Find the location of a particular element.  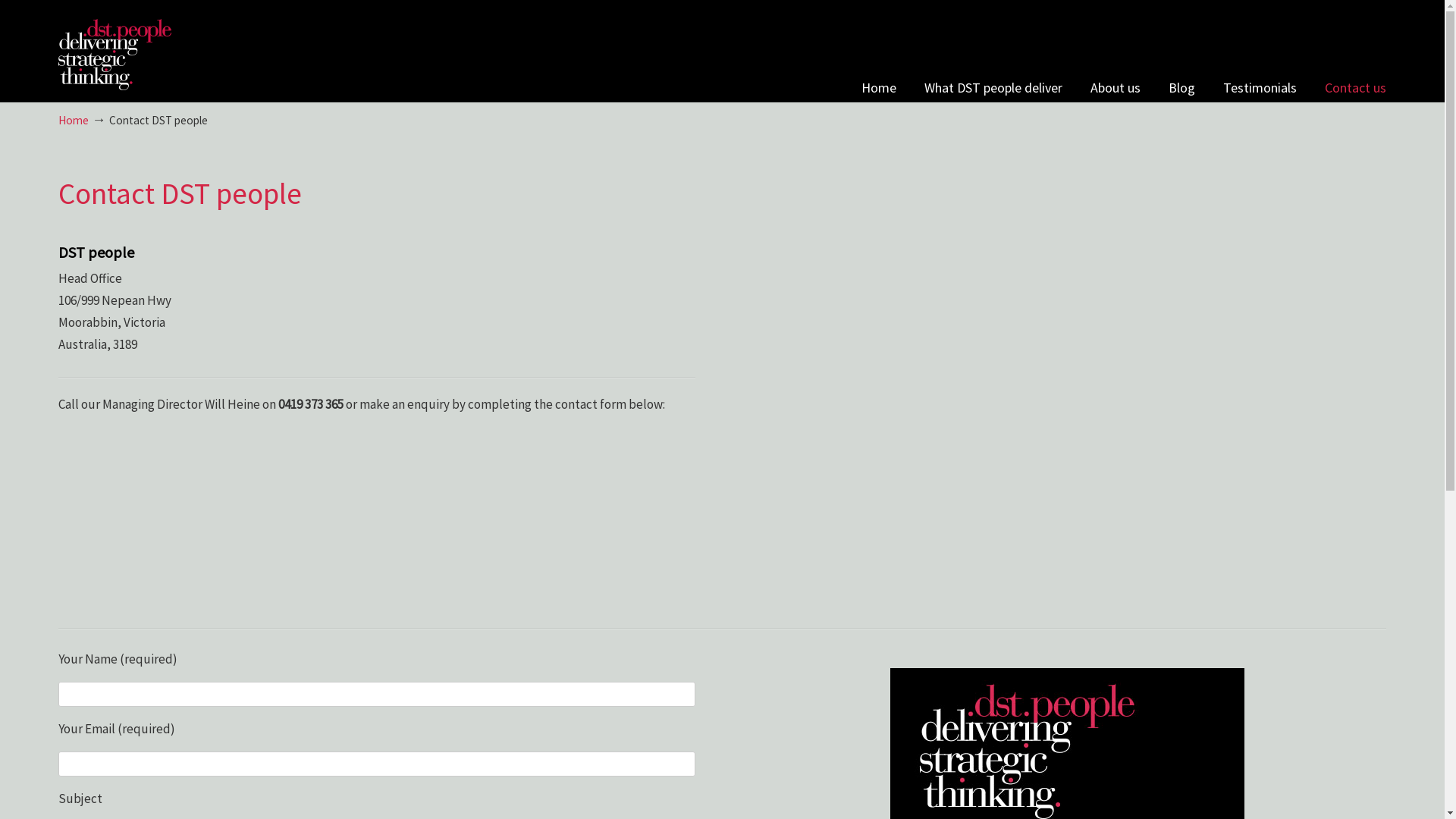

'About us' is located at coordinates (1115, 87).